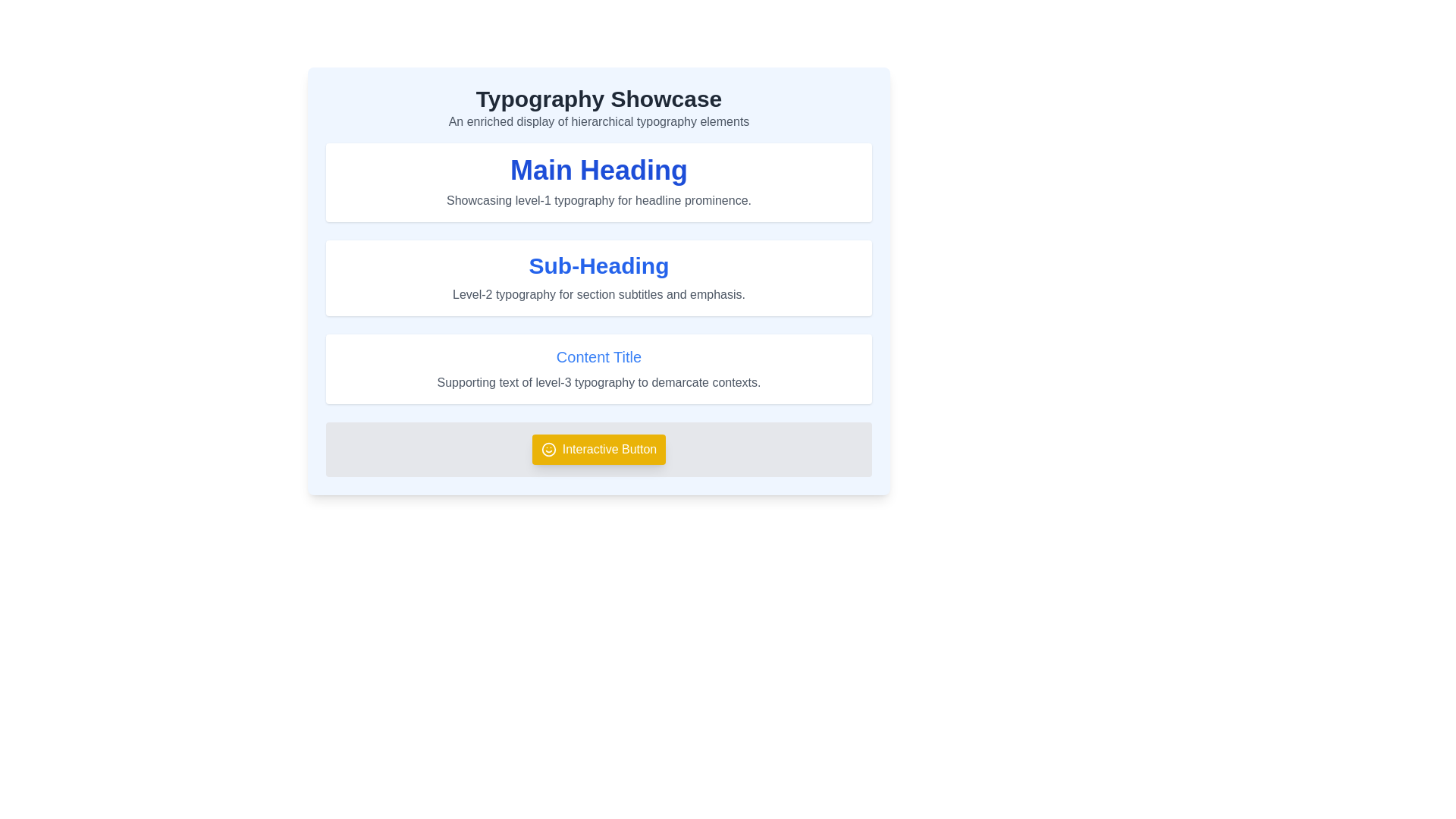 The image size is (1456, 819). I want to click on the visual feedback of the smiley icon located within the 'Interactive Button' to the left of its text label, so click(548, 449).